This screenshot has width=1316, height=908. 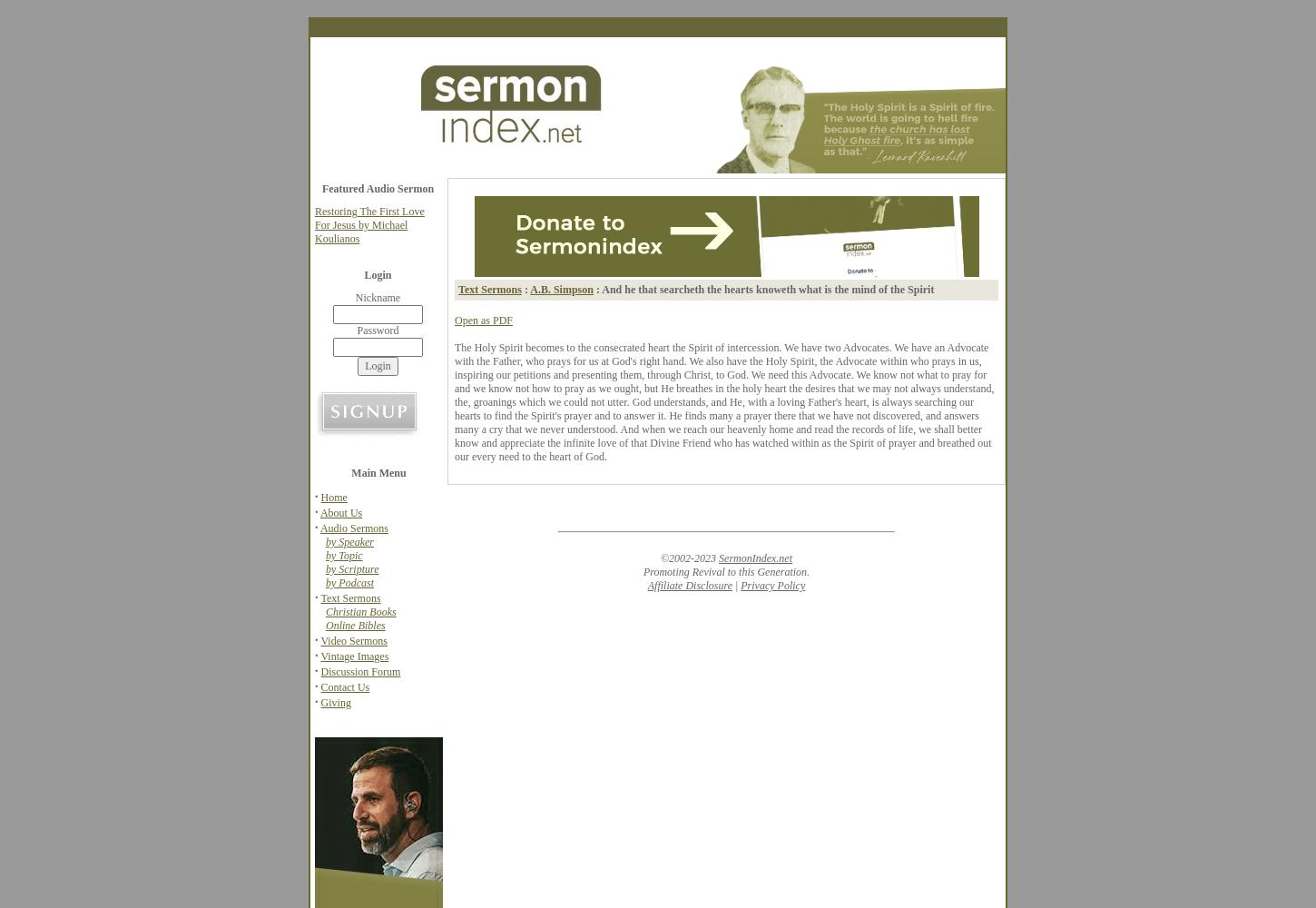 What do you see at coordinates (348, 541) in the screenshot?
I see `'by Speaker'` at bounding box center [348, 541].